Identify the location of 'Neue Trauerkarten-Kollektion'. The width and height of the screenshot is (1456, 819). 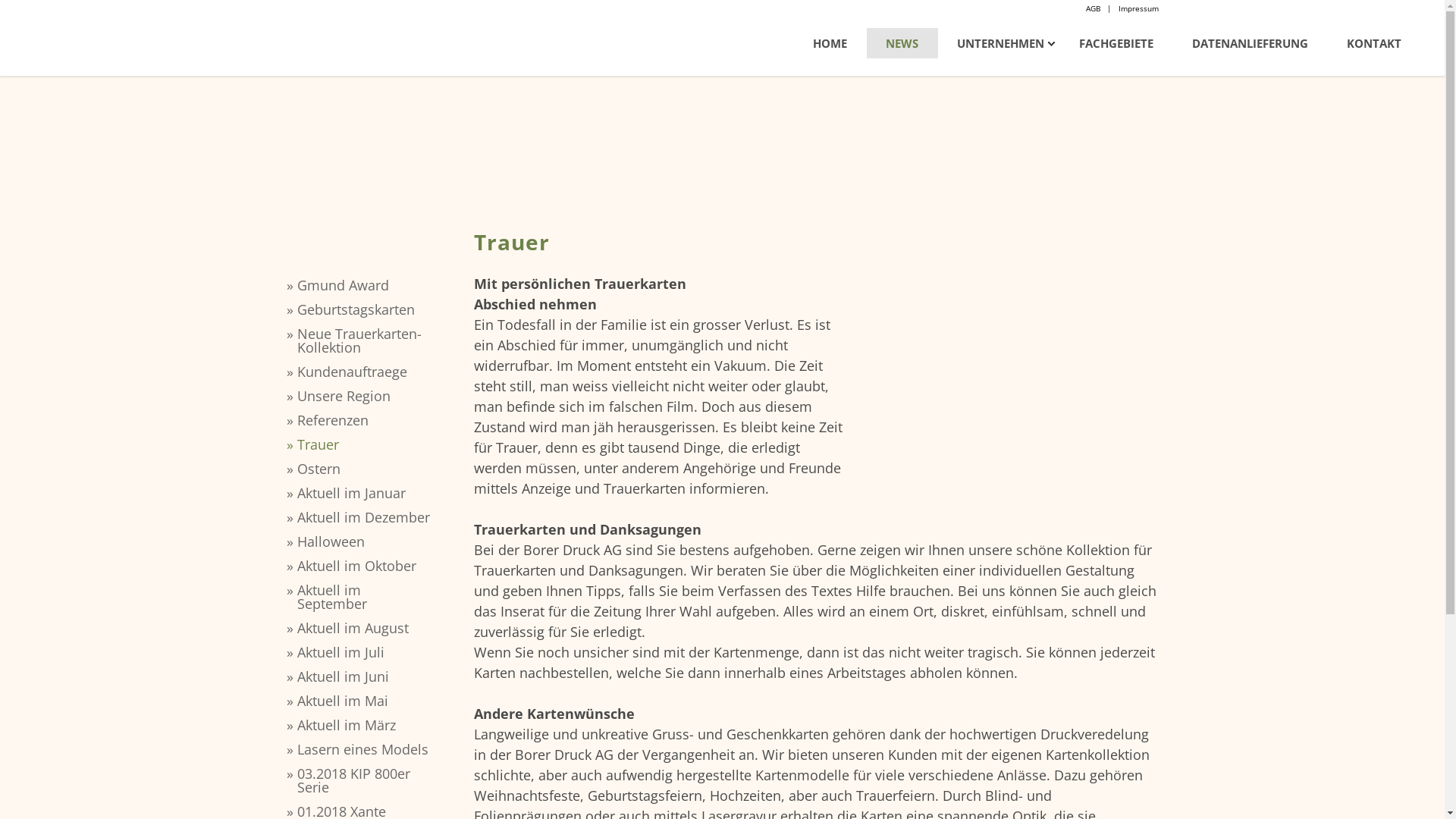
(365, 339).